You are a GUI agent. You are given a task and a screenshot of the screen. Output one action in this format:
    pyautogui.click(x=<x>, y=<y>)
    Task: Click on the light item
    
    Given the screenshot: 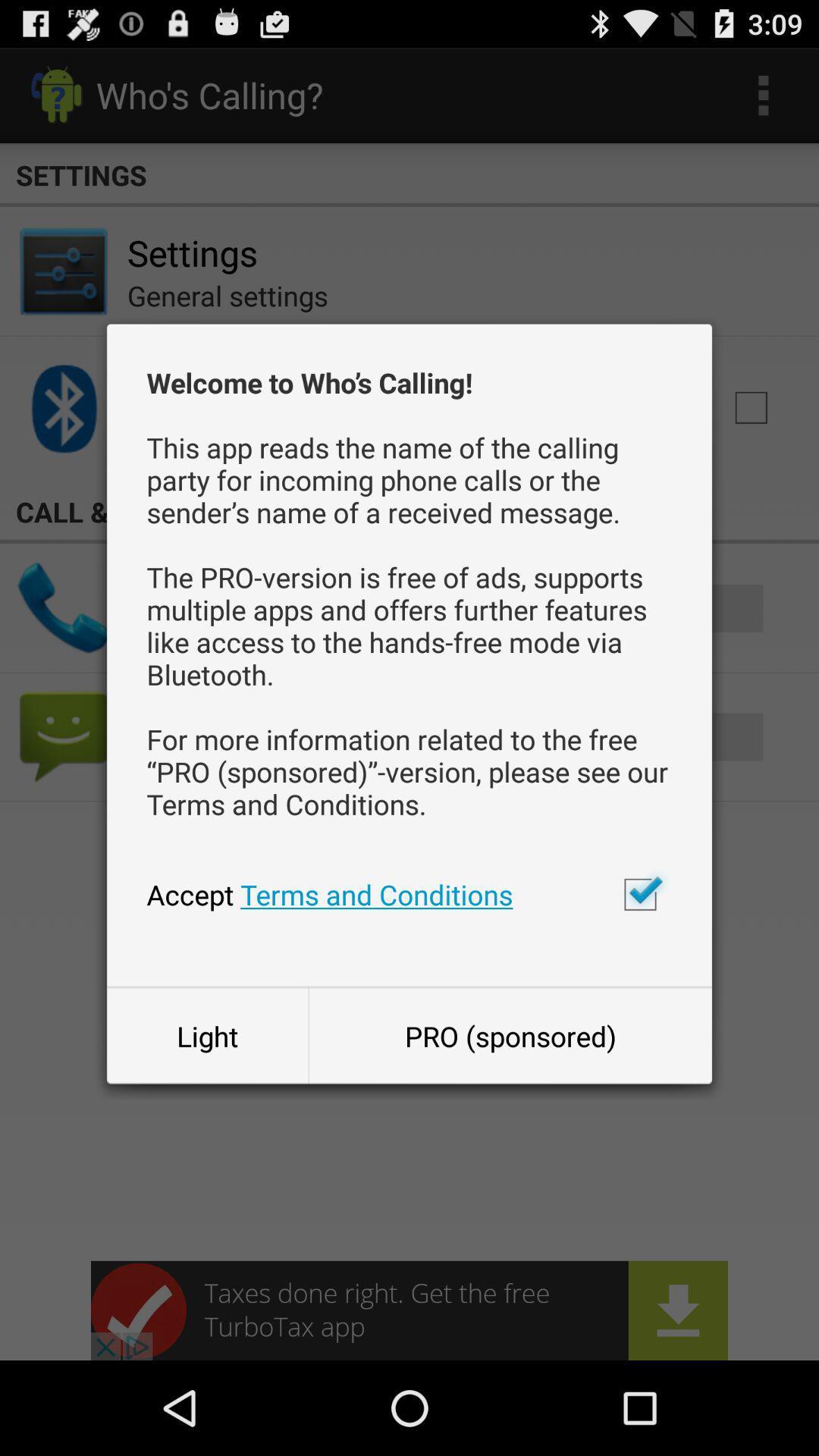 What is the action you would take?
    pyautogui.click(x=207, y=1035)
    